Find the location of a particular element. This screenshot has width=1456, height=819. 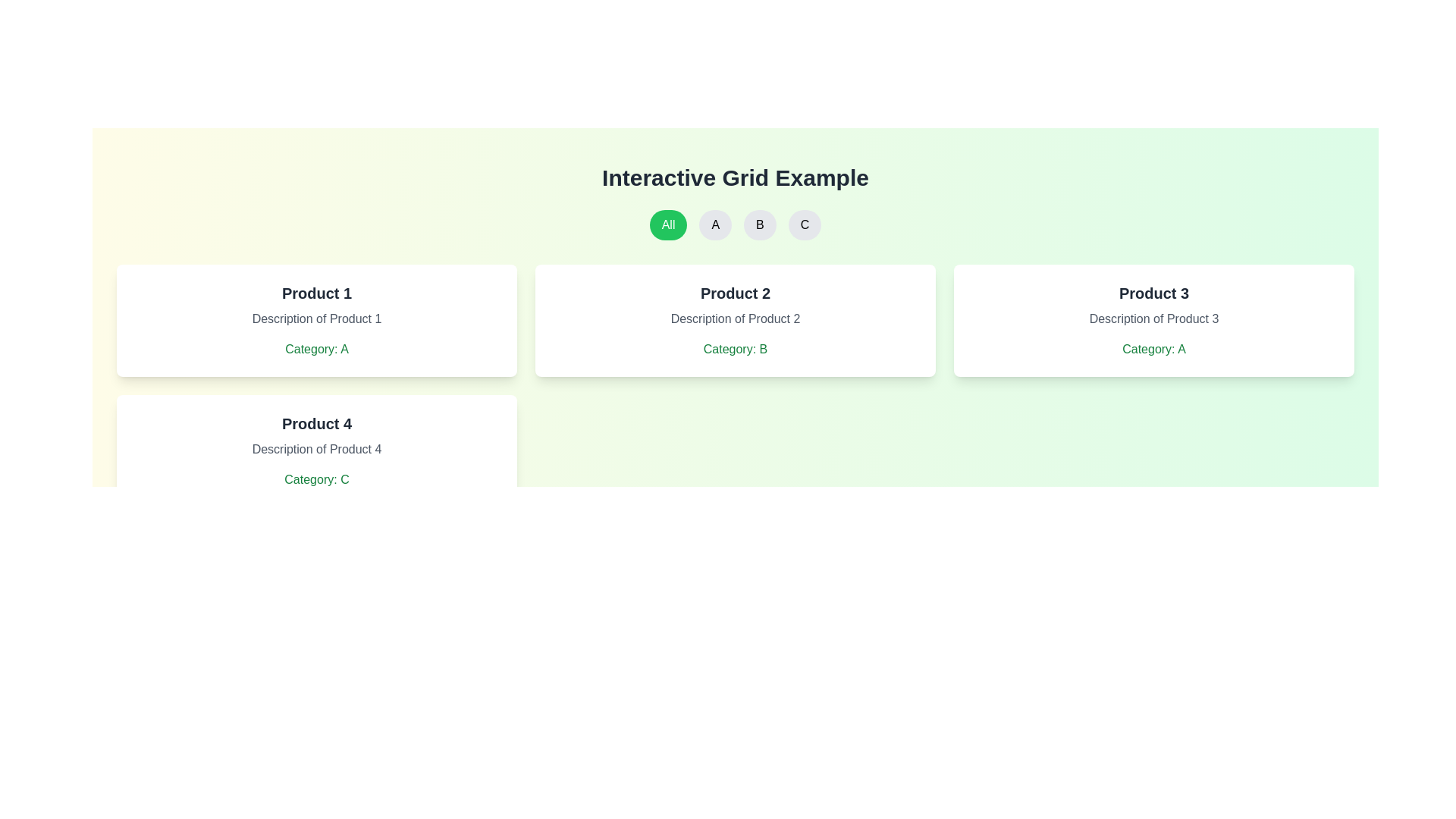

the Text label indicating the category of the product in the card labeled 'Product 1', which is located at the bottom section below the product description is located at coordinates (315, 350).